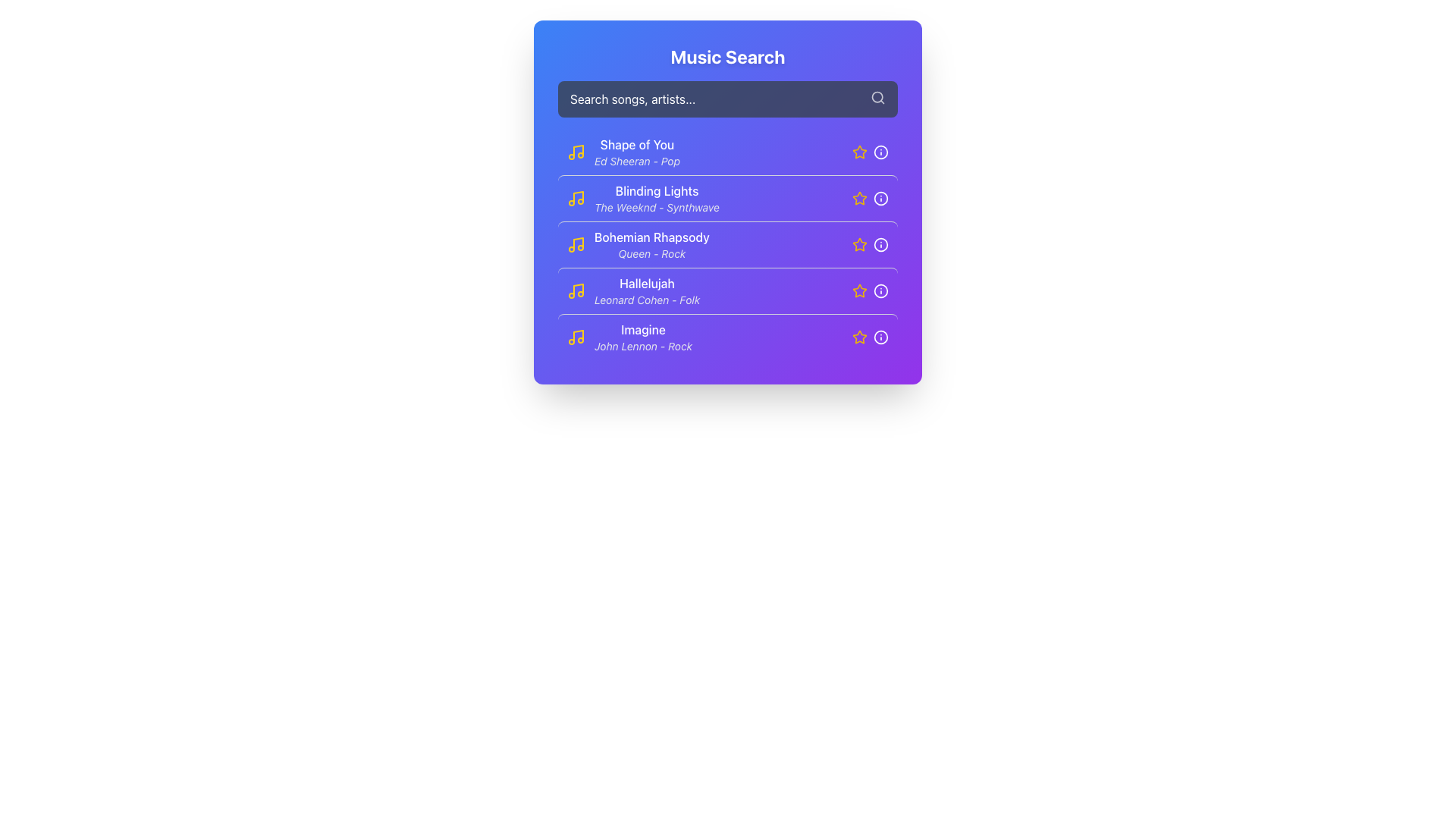 This screenshot has height=819, width=1456. I want to click on the third star icon used for marking or bookmarking the song 'Bohemian Rhapsody', so click(859, 243).